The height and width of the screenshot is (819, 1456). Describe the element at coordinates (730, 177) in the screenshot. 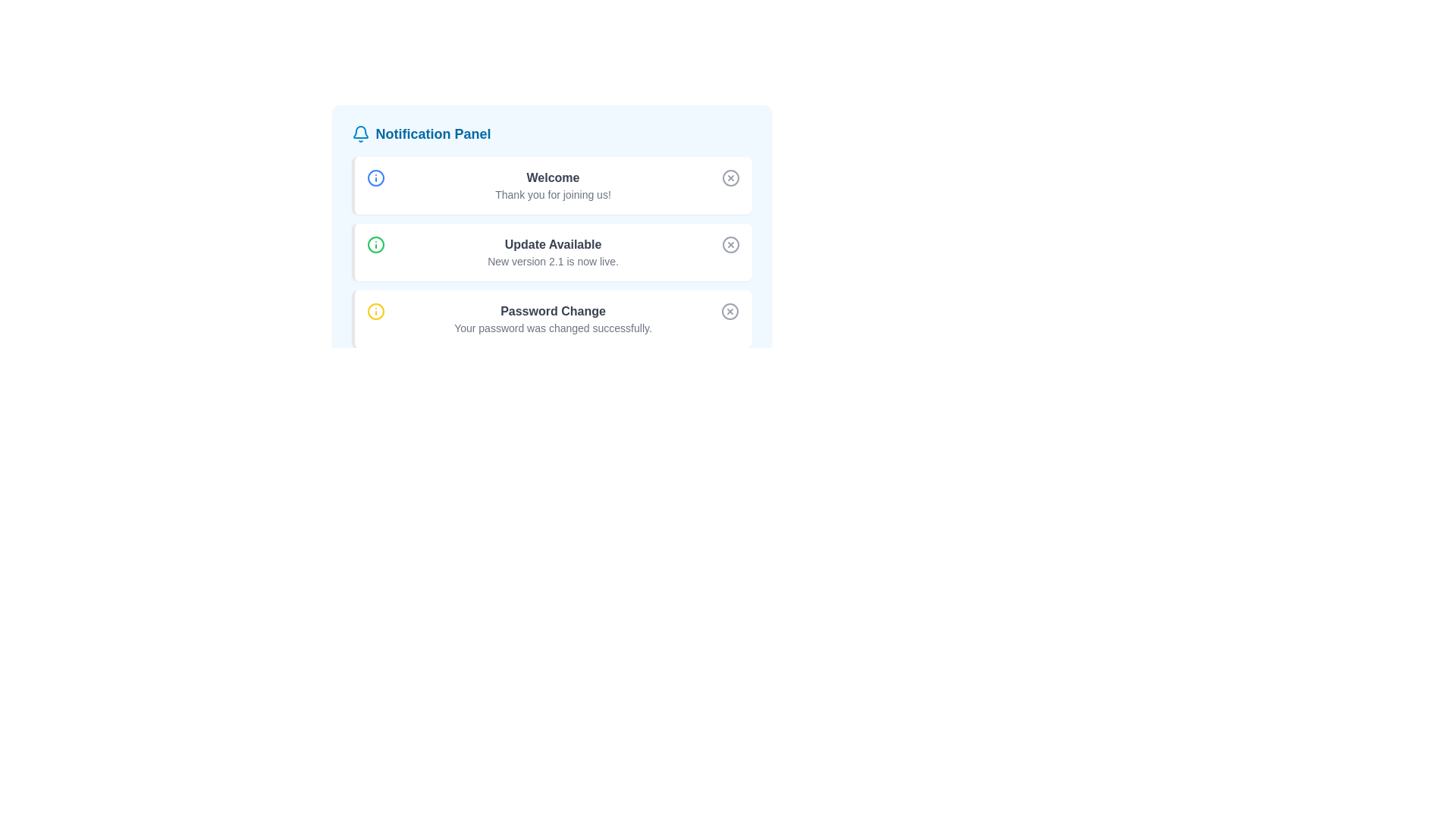

I see `the button with a circular border and an 'X' mark inside it, located at the top-right corner of the card containing 'Welcome' and 'Thank you for joining us!'` at that location.